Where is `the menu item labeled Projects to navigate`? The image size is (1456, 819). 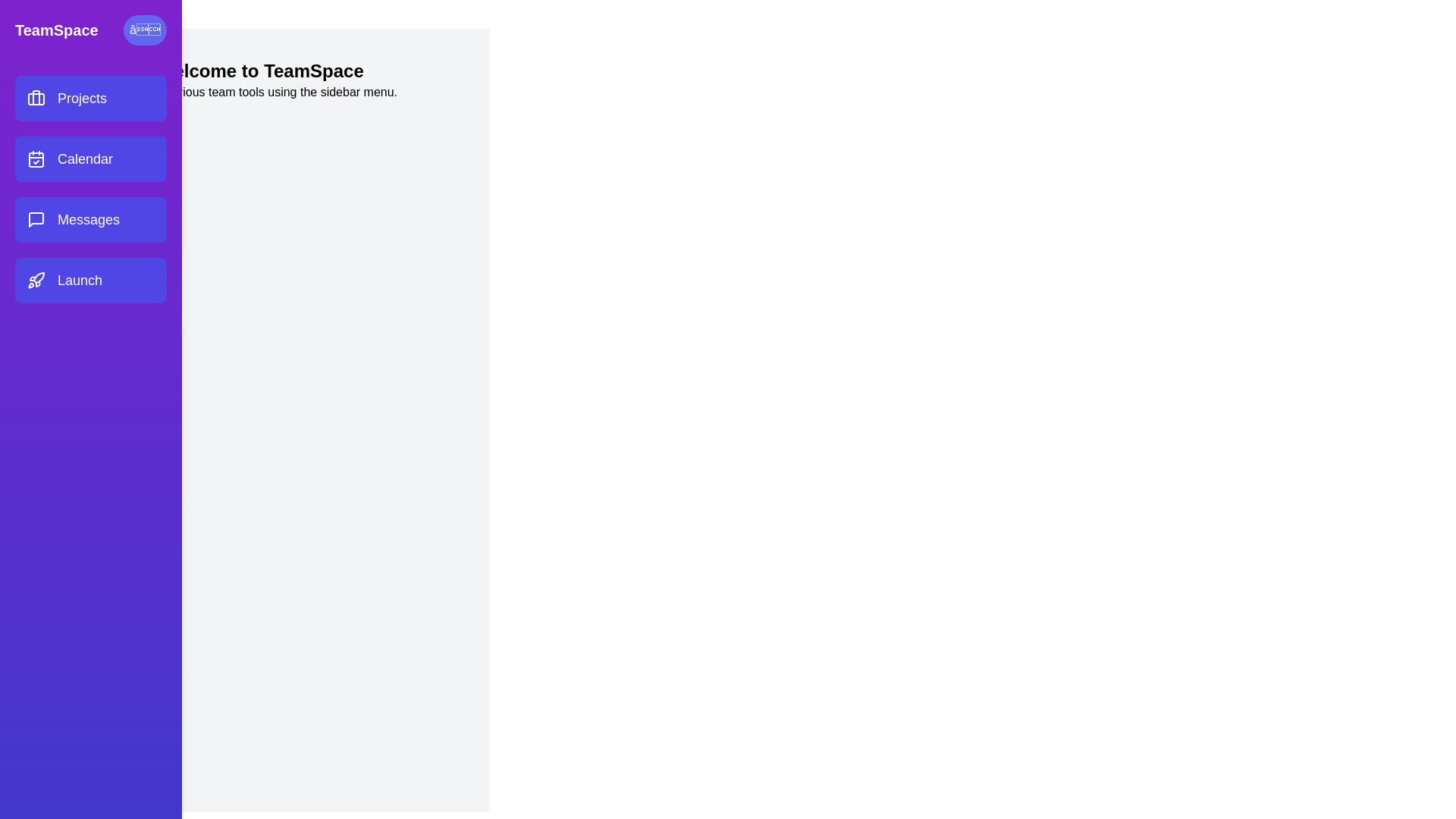 the menu item labeled Projects to navigate is located at coordinates (90, 99).